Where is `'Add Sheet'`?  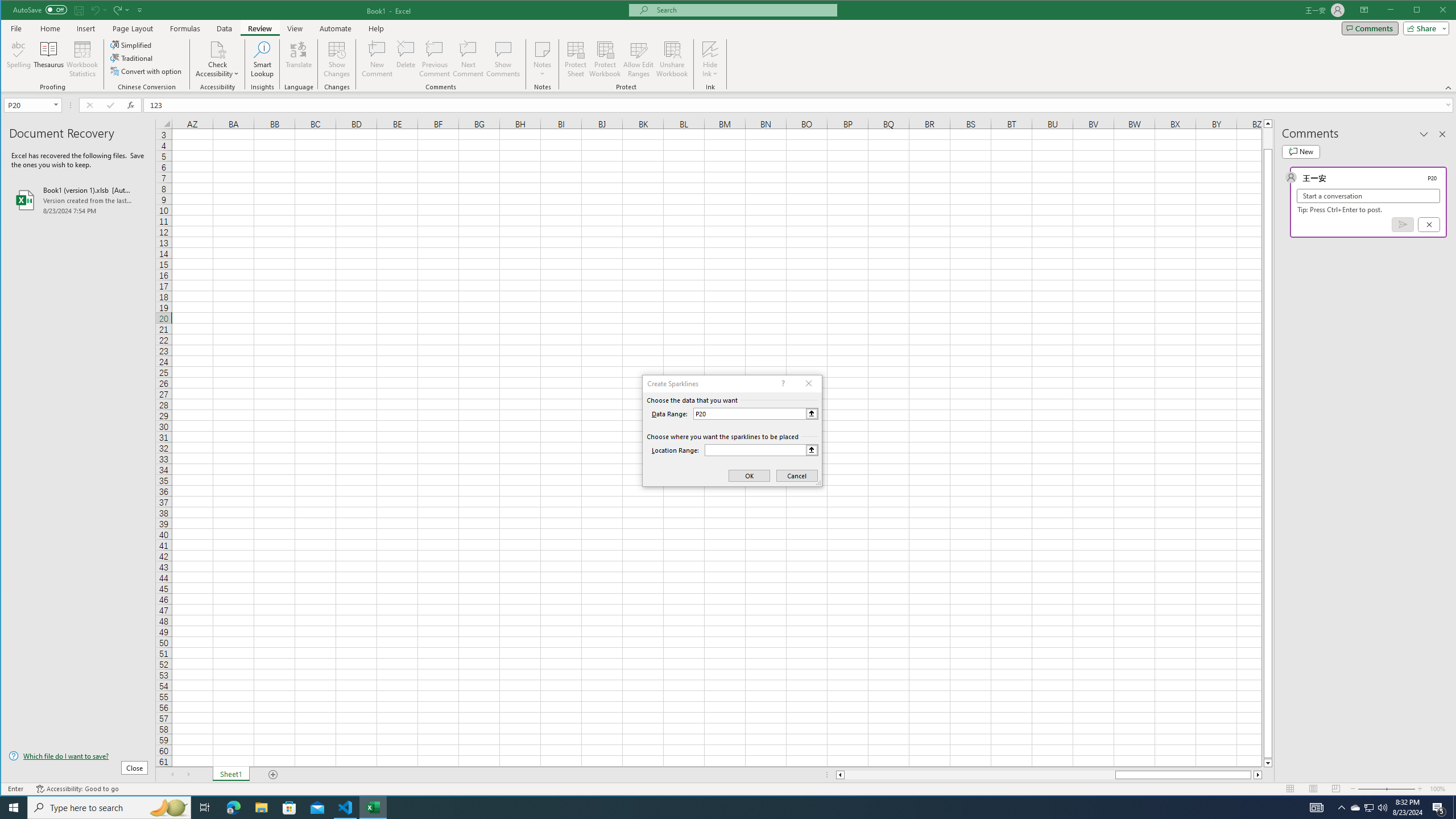 'Add Sheet' is located at coordinates (273, 775).